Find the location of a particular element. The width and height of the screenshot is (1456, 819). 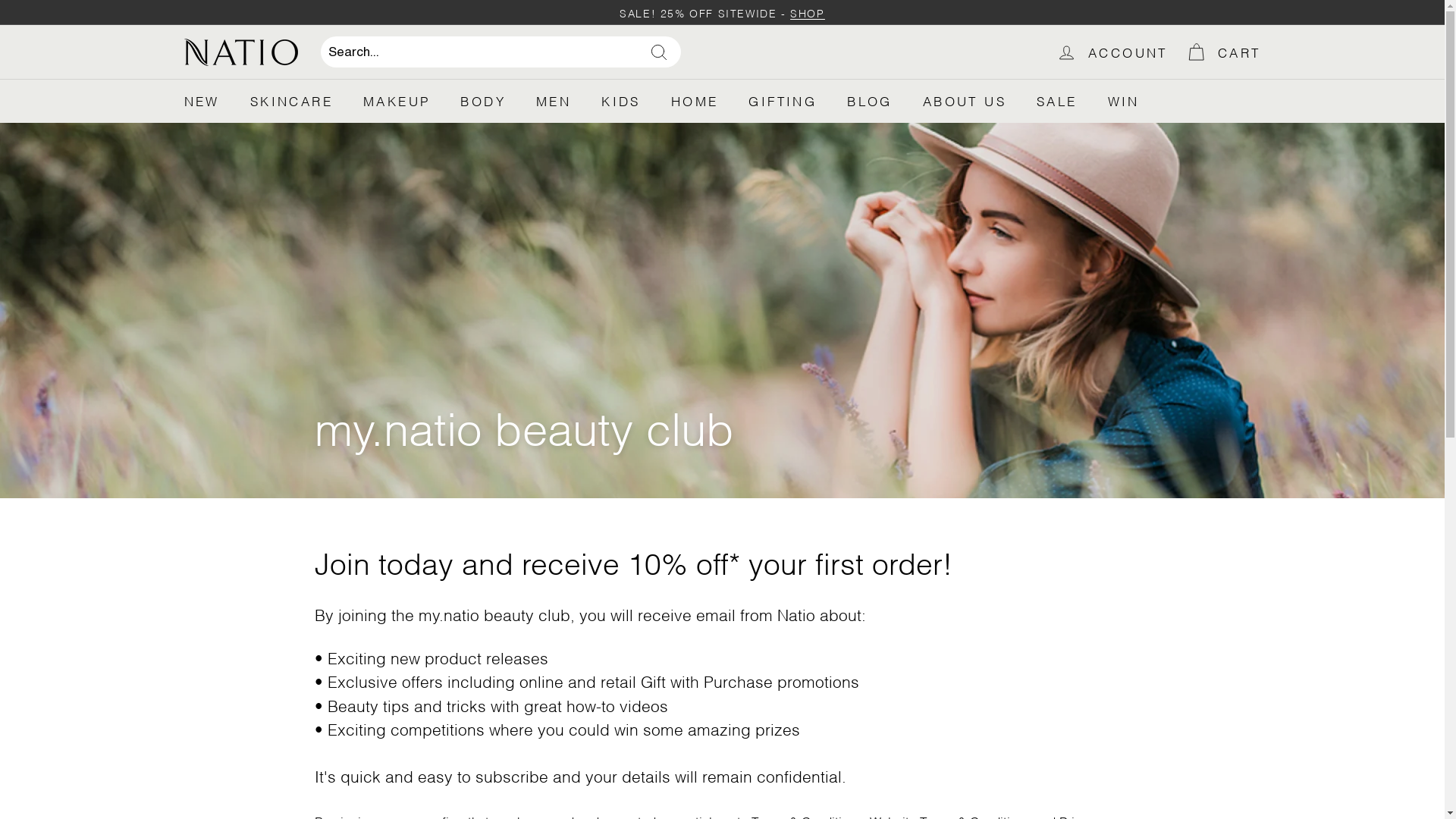

'BODY' is located at coordinates (444, 100).